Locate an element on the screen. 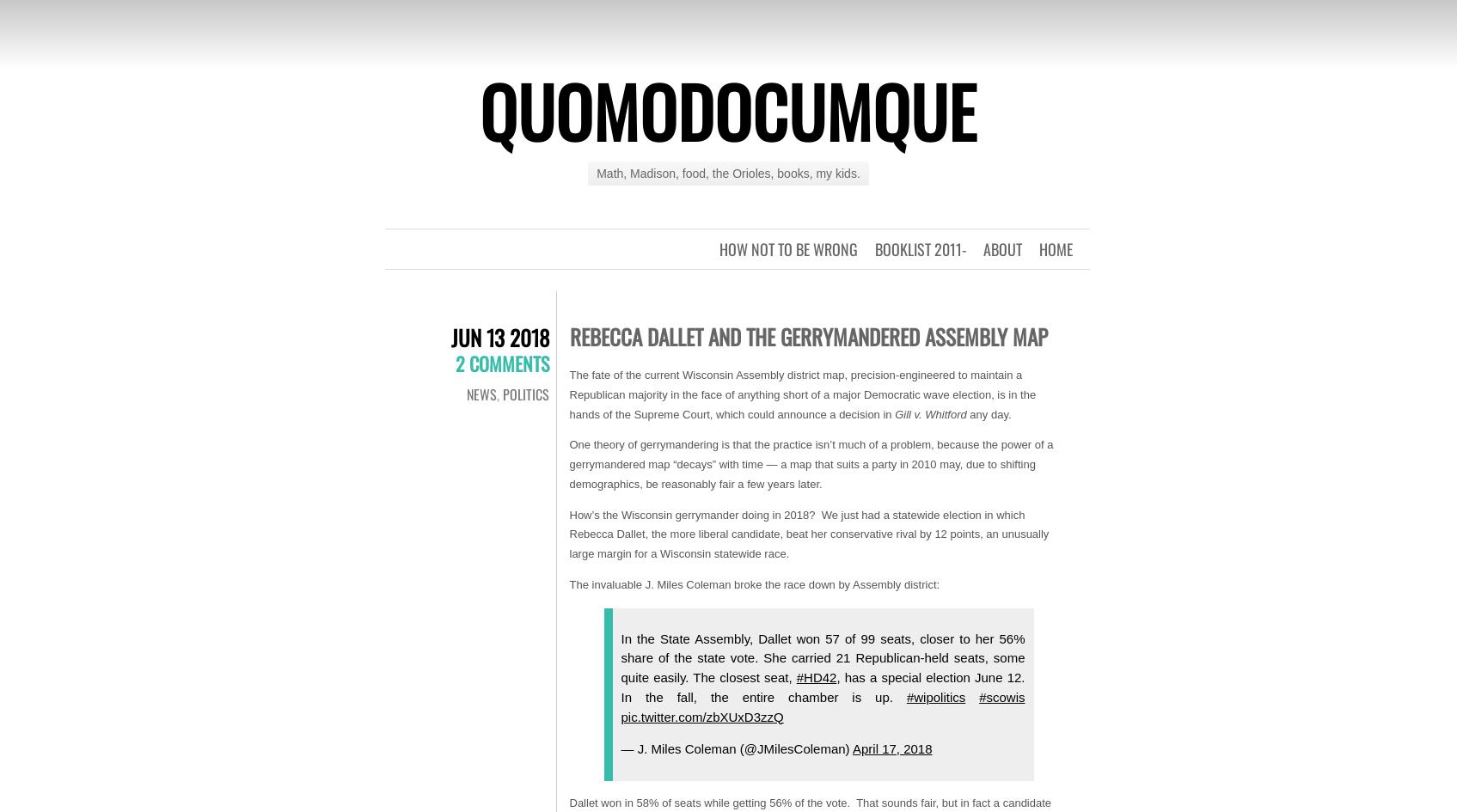  '— J. Miles Coleman (@JMilesColeman)' is located at coordinates (735, 748).